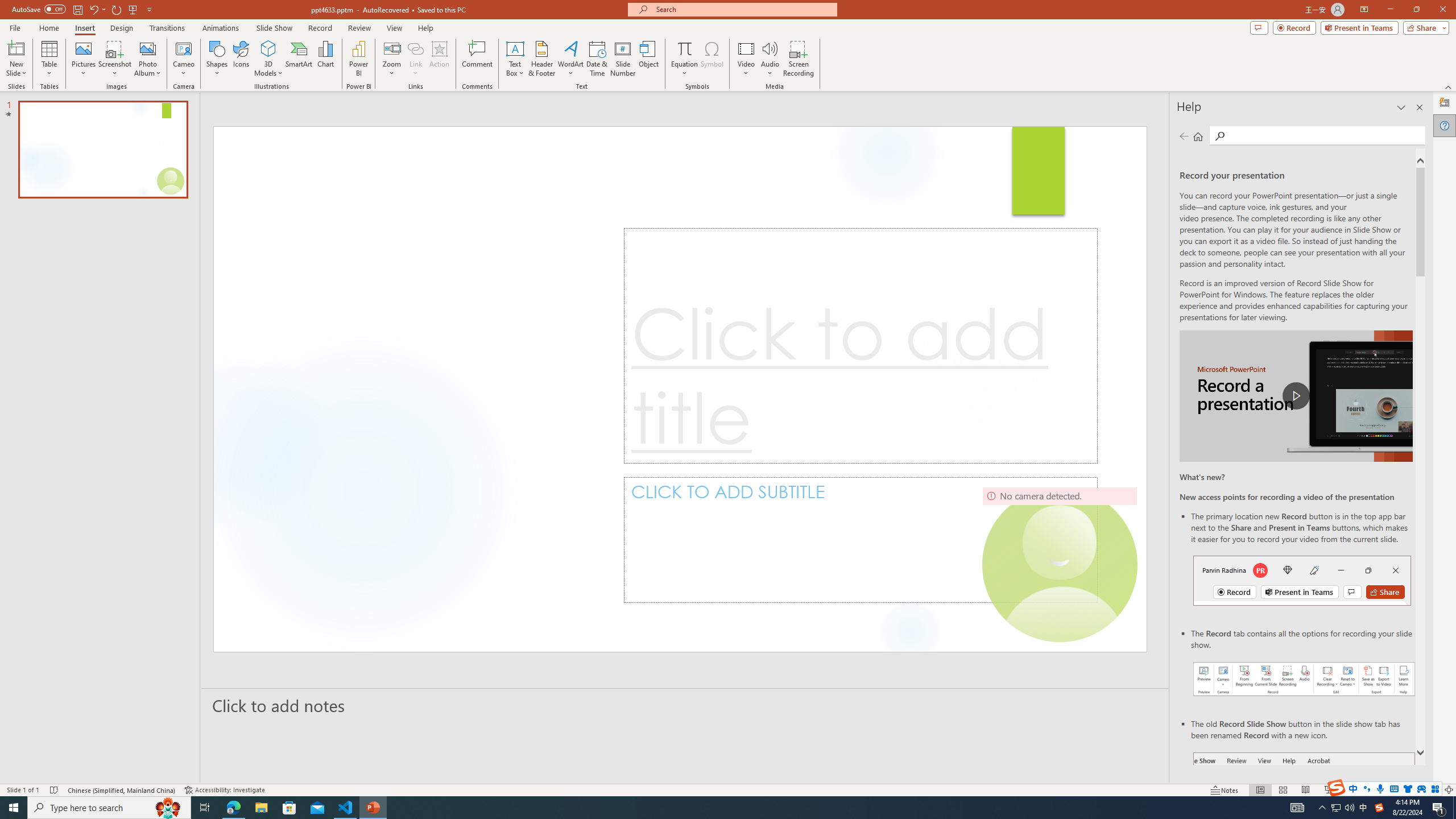 This screenshot has height=819, width=1456. What do you see at coordinates (1183, 135) in the screenshot?
I see `'Previous page'` at bounding box center [1183, 135].